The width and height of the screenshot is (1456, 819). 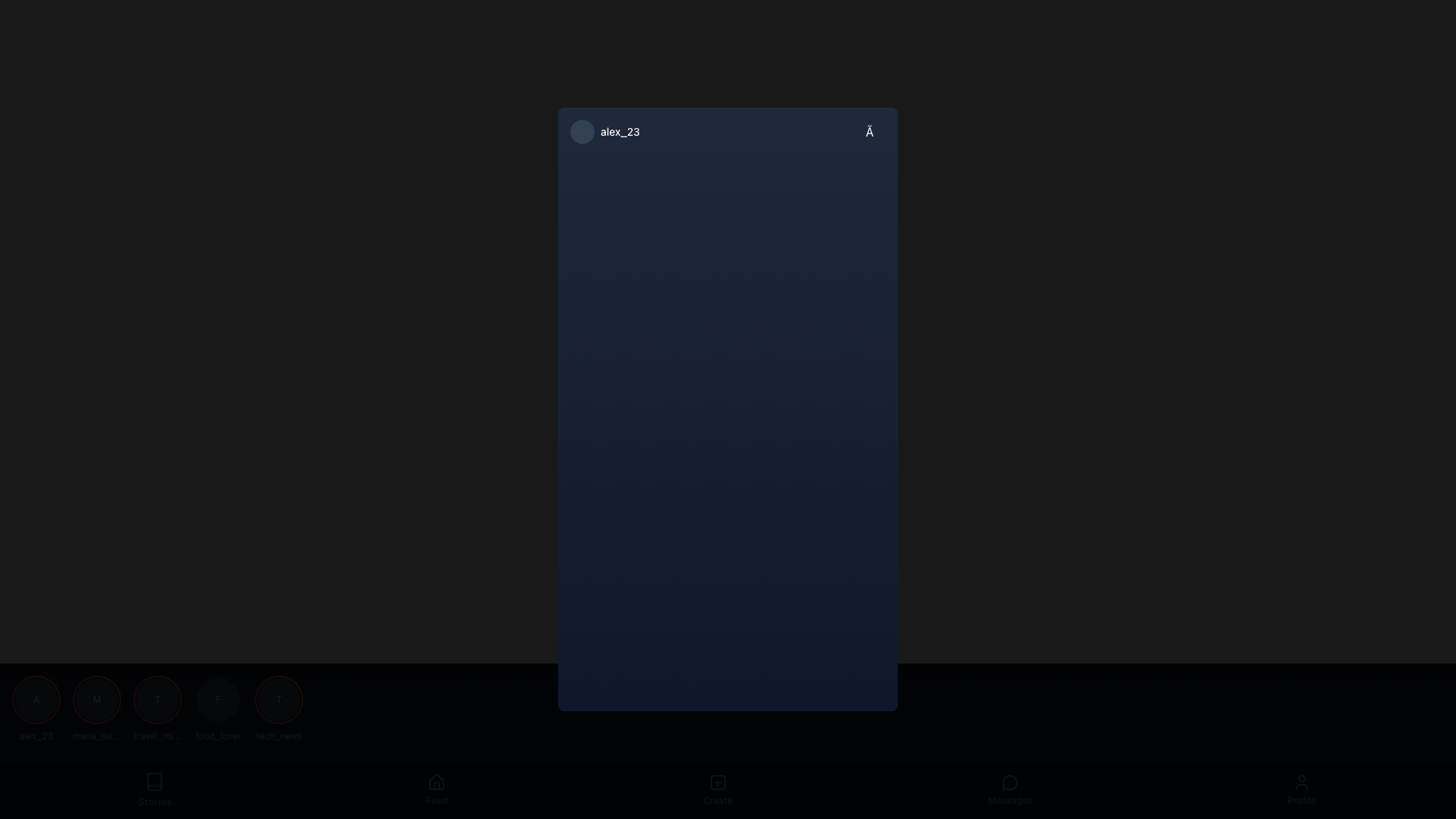 I want to click on the fifth circular avatar representing 'tech_news', so click(x=279, y=708).